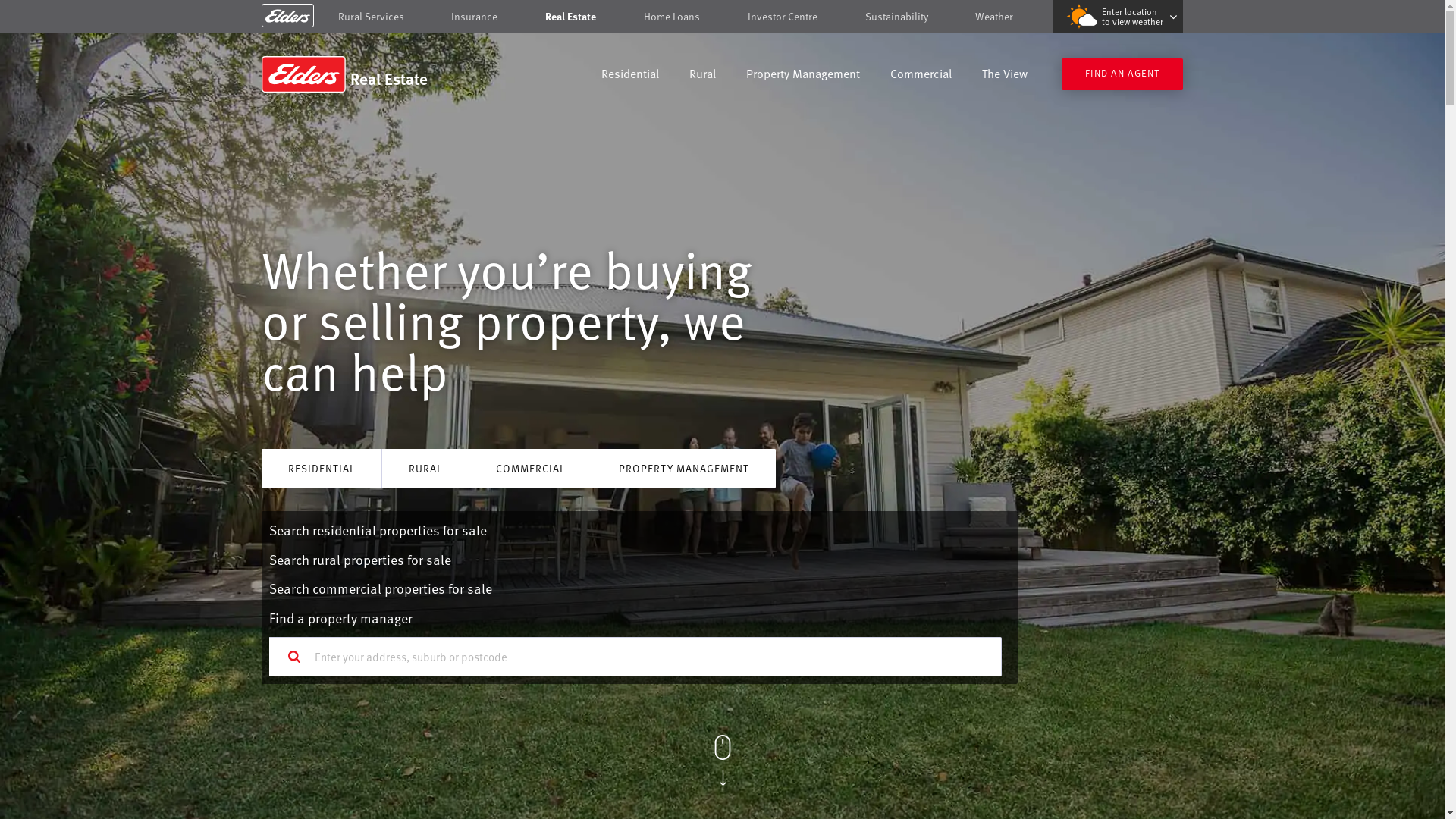  Describe the element at coordinates (802, 75) in the screenshot. I see `'Property Management'` at that location.